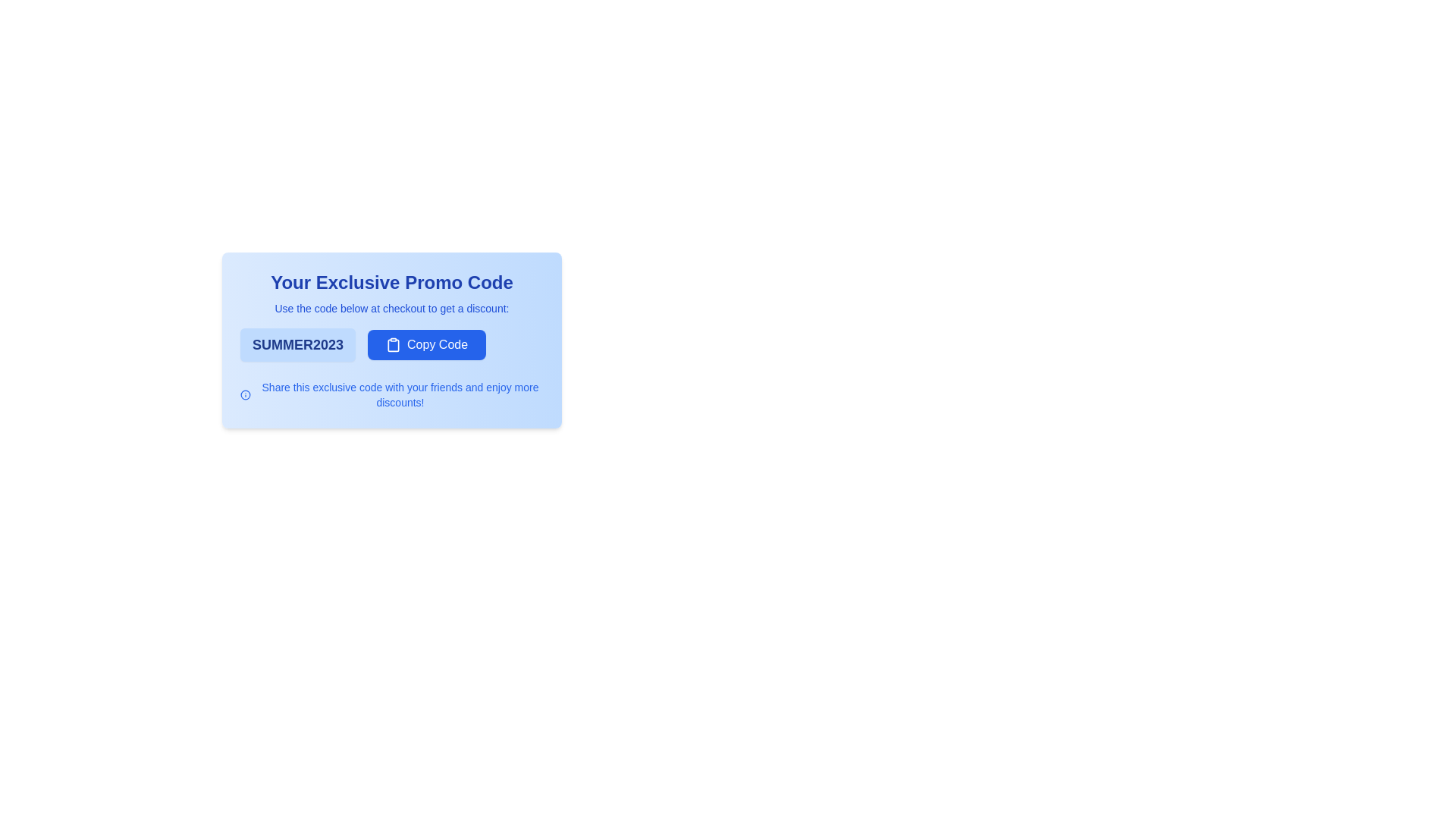  What do you see at coordinates (246, 394) in the screenshot?
I see `the information icon located at the beginning of the line that reads 'Share this exclusive code with your friends and enjoy more discounts!' at the bottom of the main promo card` at bounding box center [246, 394].